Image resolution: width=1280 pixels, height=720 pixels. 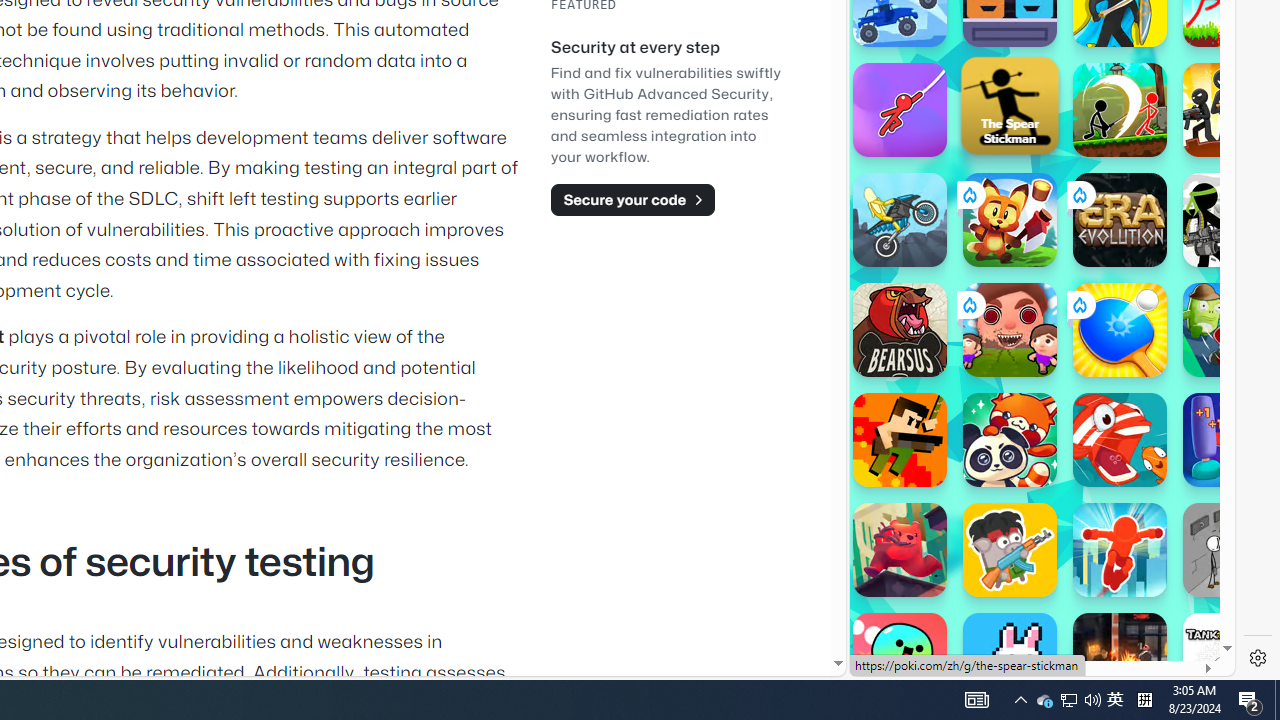 I want to click on 'Parkour Race', so click(x=1120, y=550).